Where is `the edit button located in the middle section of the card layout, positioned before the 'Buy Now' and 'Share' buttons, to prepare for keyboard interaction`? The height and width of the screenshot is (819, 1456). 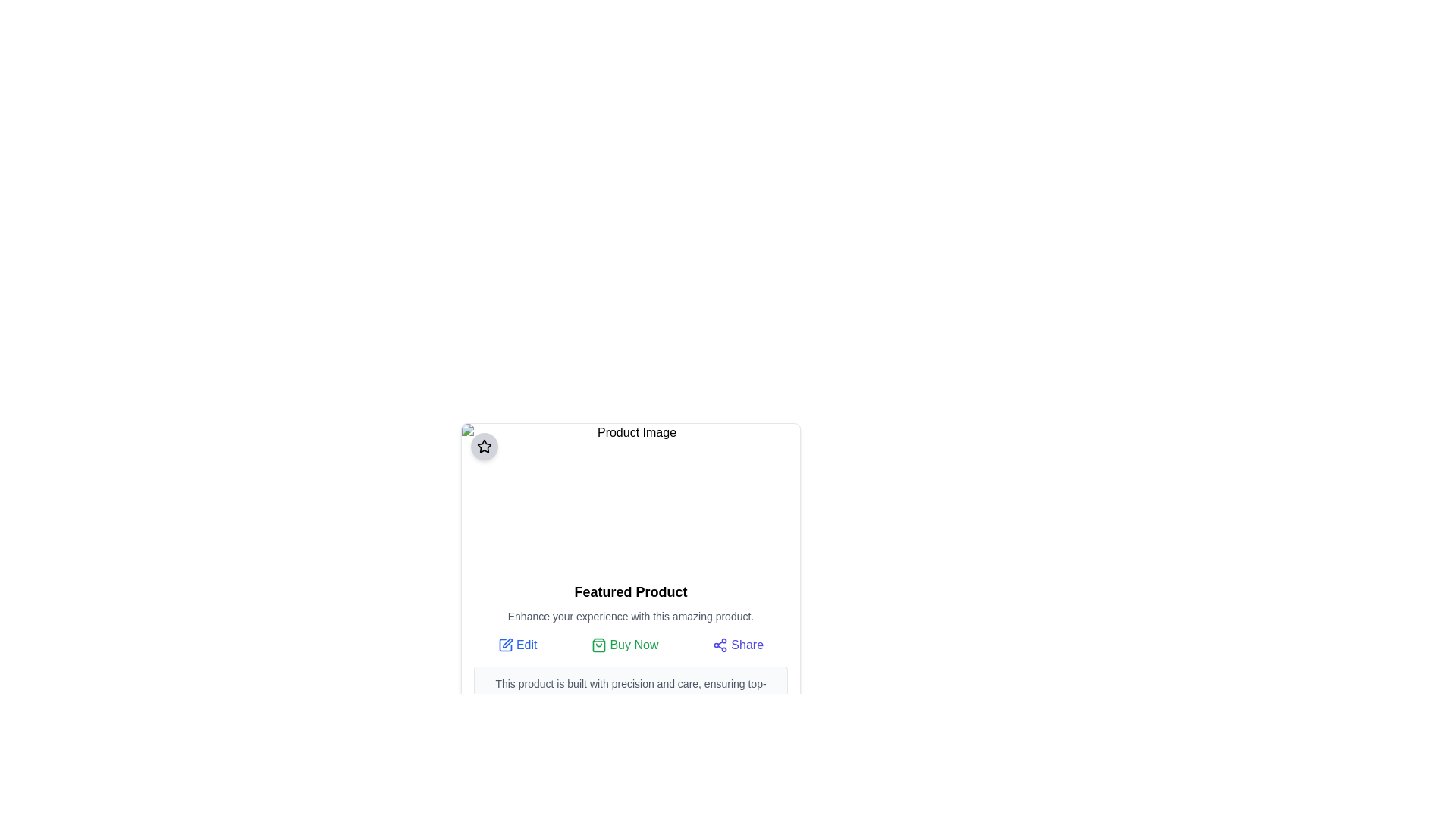
the edit button located in the middle section of the card layout, positioned before the 'Buy Now' and 'Share' buttons, to prepare for keyboard interaction is located at coordinates (517, 645).